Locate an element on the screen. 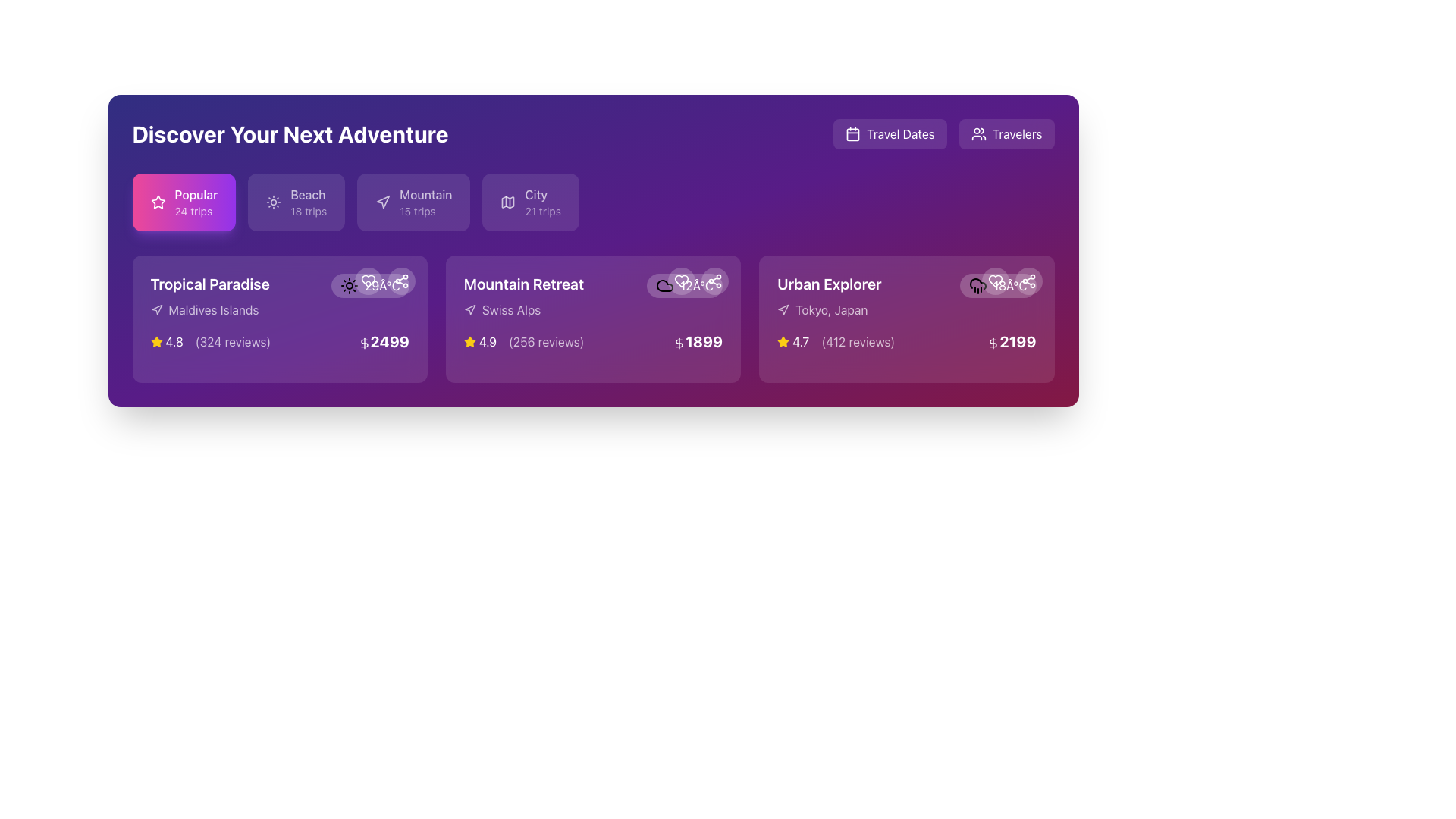 This screenshot has height=819, width=1456. the heart SVG icon located above the price value in the first card ('Tropical Paradise') is located at coordinates (368, 281).